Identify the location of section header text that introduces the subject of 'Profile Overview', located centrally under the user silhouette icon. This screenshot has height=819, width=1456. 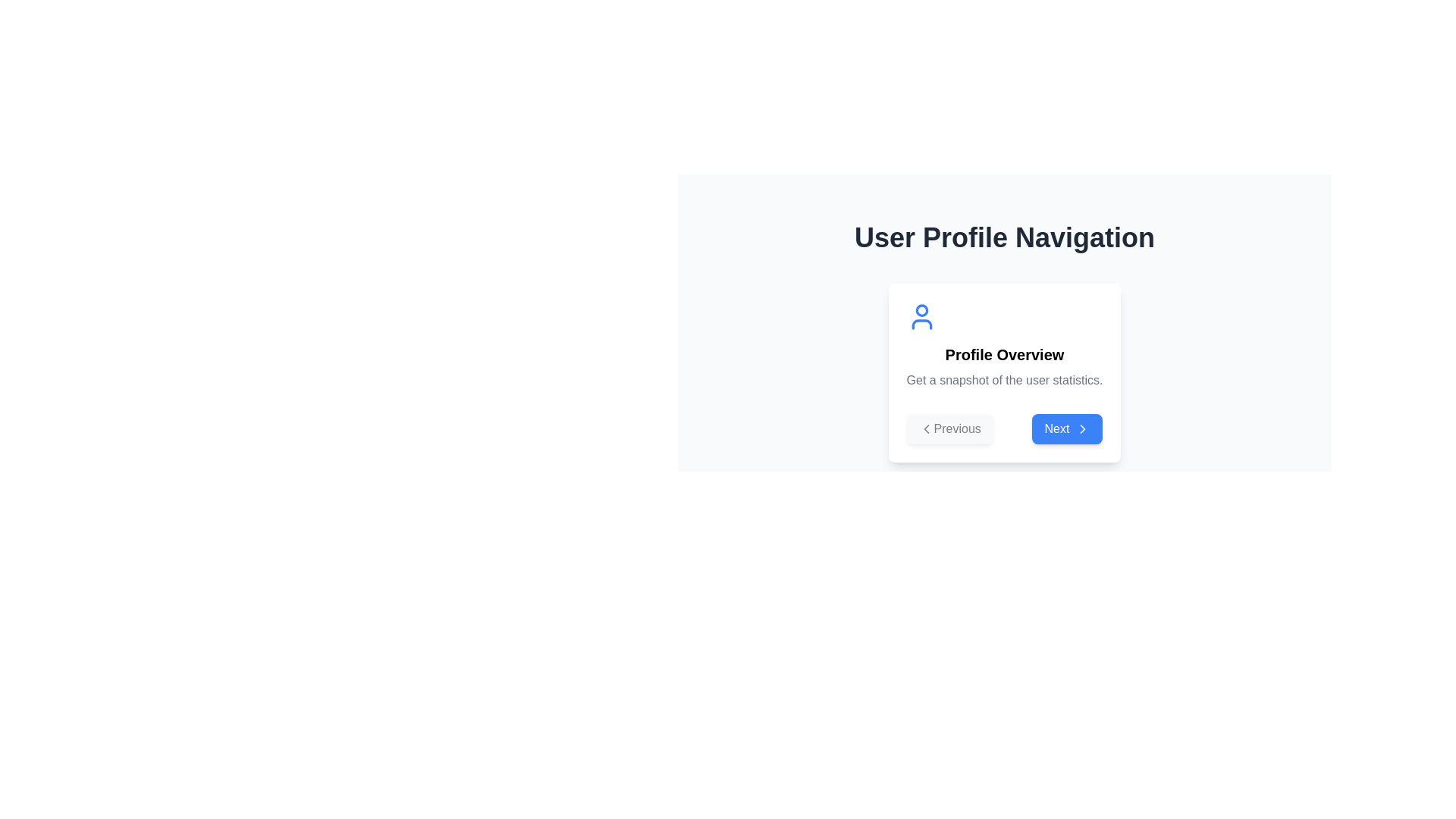
(1004, 354).